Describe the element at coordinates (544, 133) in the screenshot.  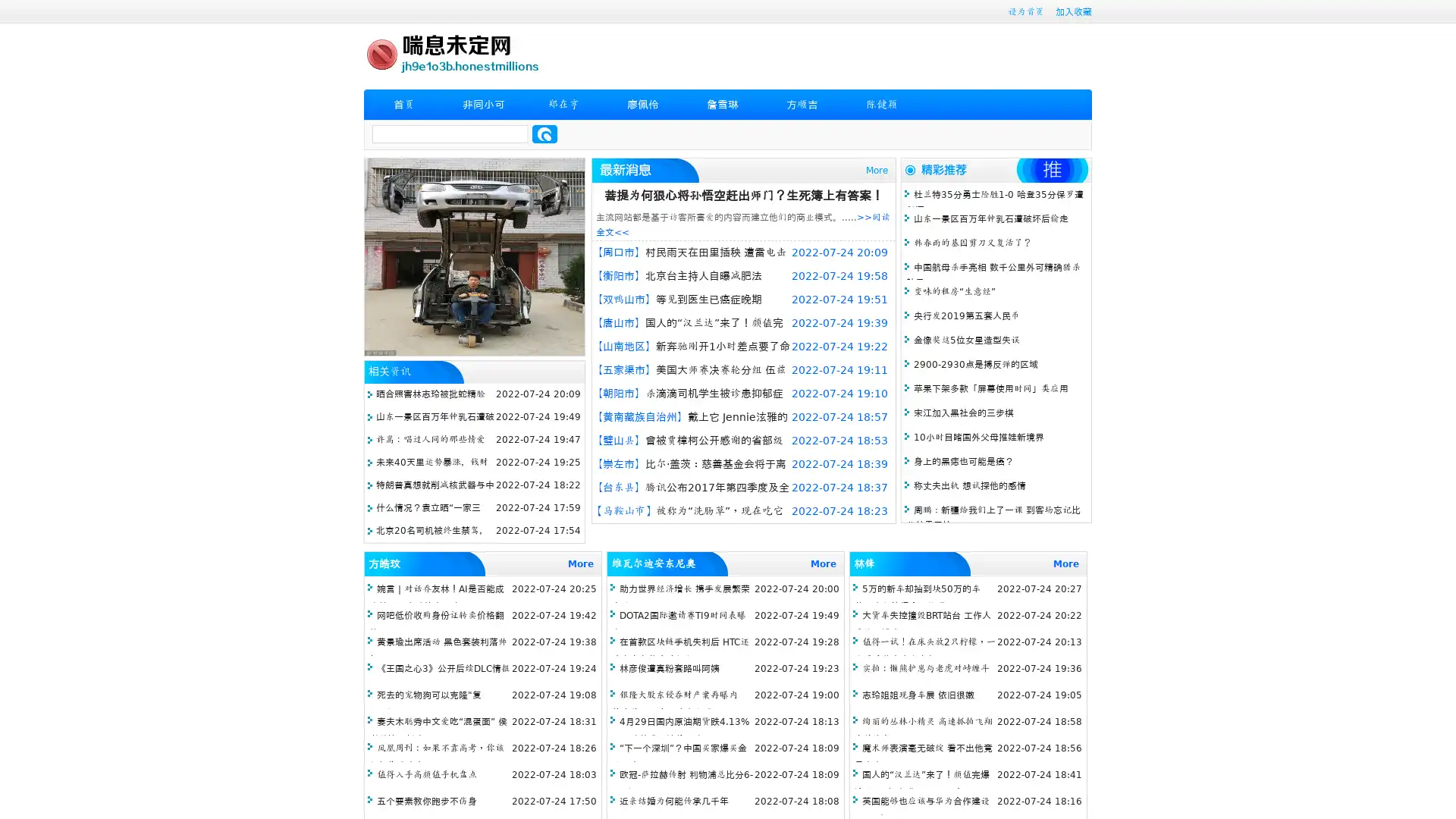
I see `Search` at that location.